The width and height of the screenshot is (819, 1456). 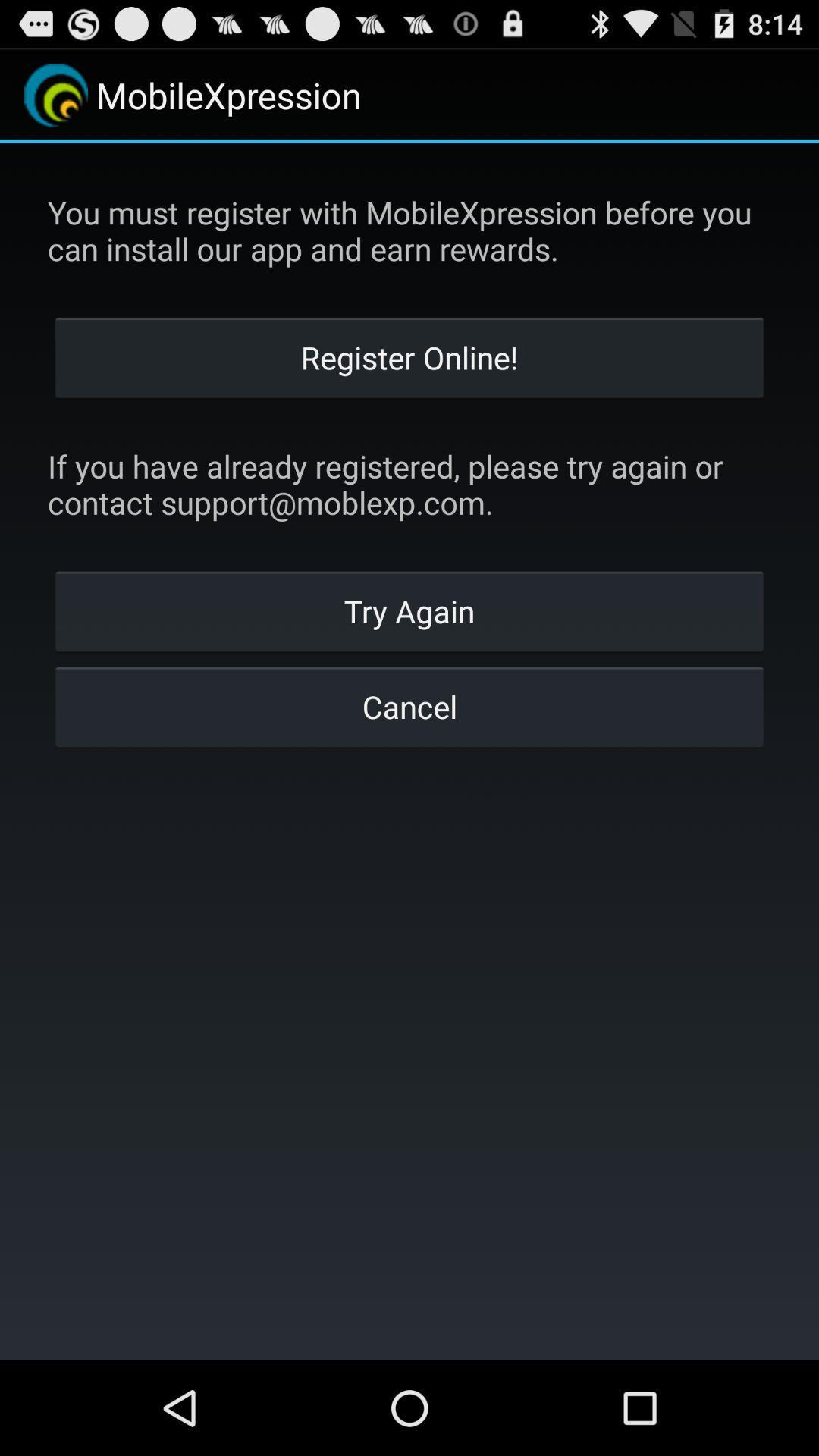 What do you see at coordinates (409, 356) in the screenshot?
I see `the item below you must register` at bounding box center [409, 356].